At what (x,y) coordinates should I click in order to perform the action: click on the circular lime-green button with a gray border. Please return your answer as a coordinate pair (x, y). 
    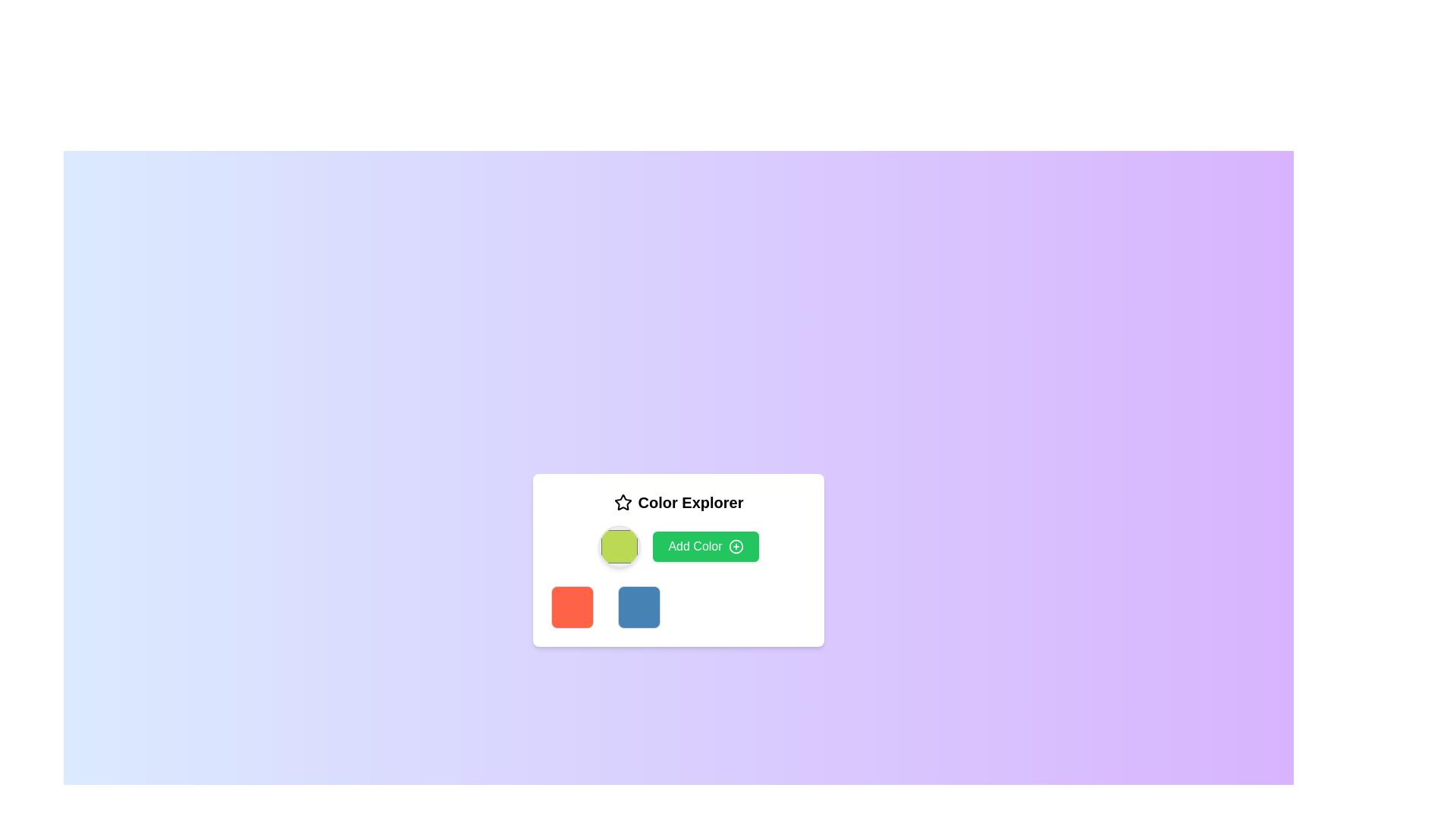
    Looking at the image, I should click on (620, 547).